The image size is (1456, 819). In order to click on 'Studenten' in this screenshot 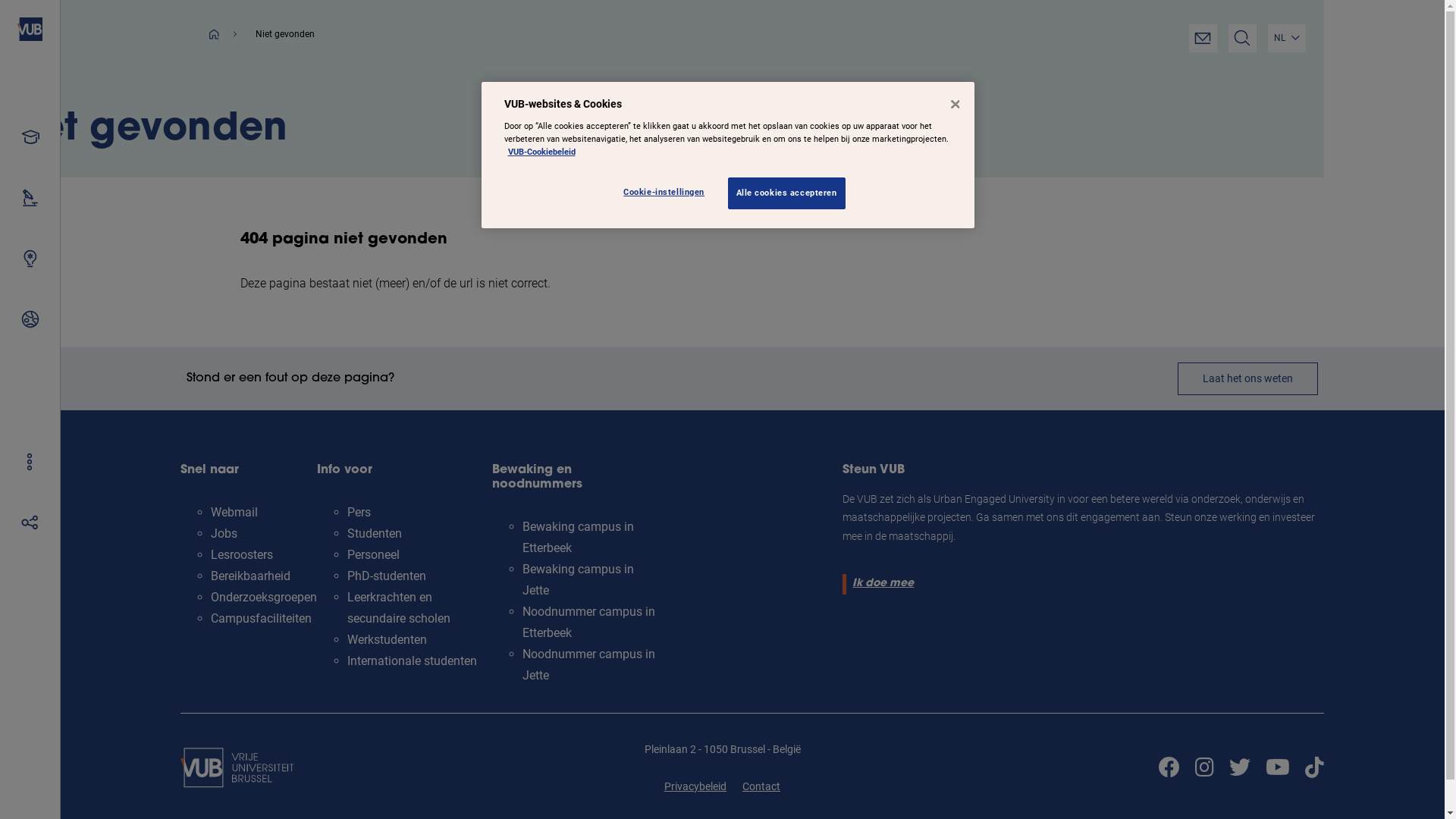, I will do `click(346, 532)`.